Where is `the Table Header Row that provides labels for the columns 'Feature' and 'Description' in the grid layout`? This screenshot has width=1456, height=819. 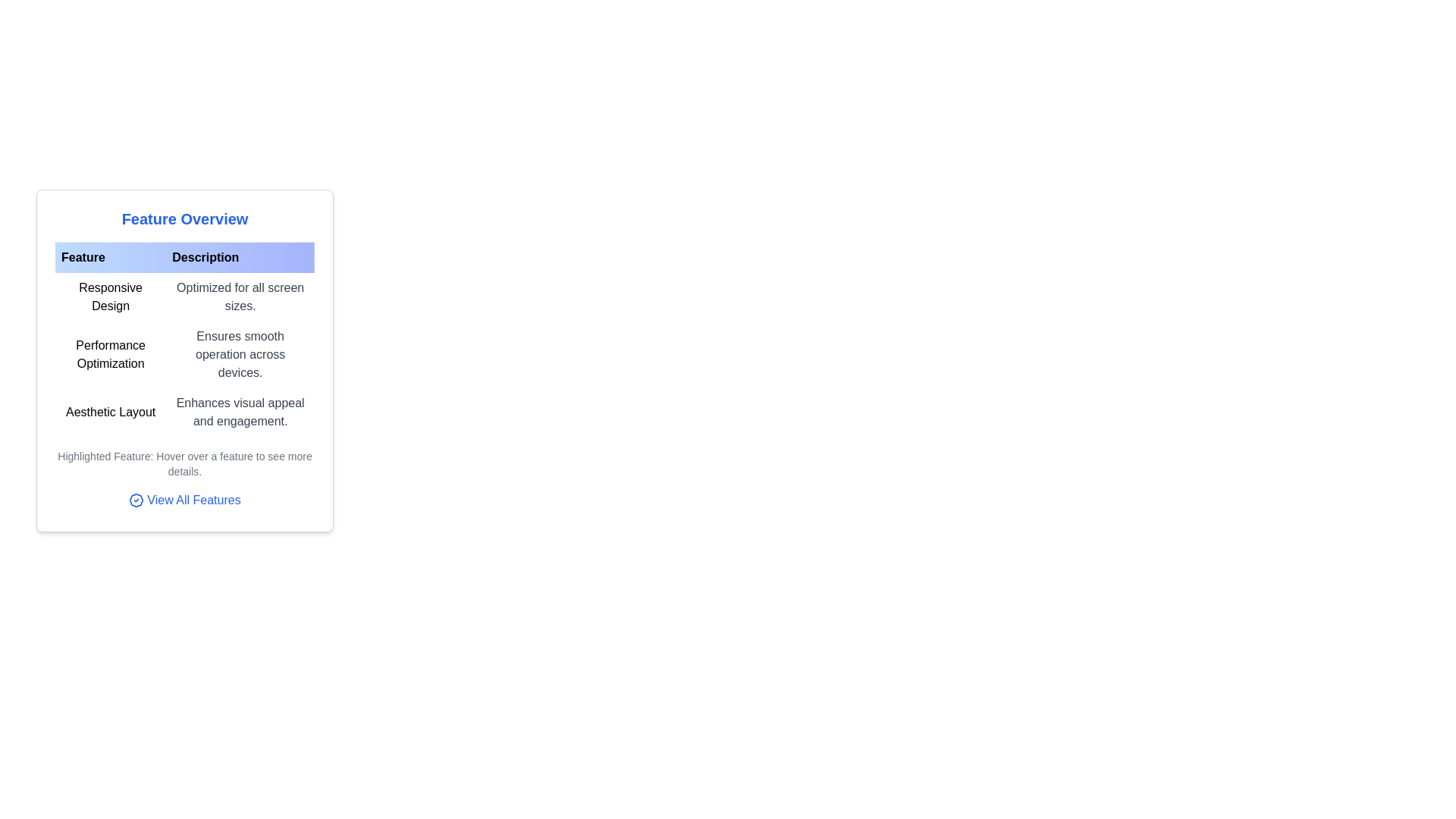 the Table Header Row that provides labels for the columns 'Feature' and 'Description' in the grid layout is located at coordinates (184, 256).